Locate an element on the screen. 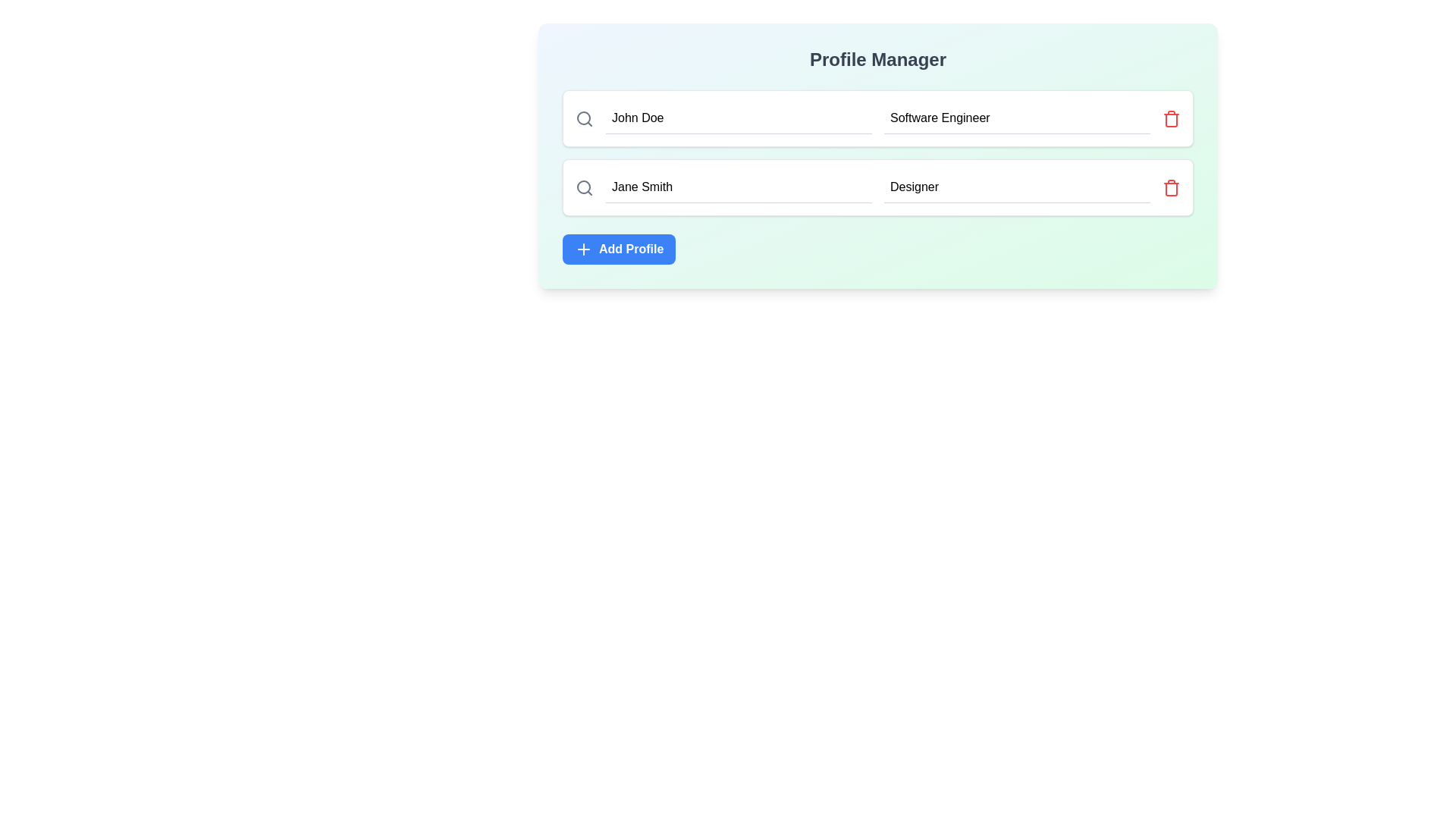 The height and width of the screenshot is (819, 1456). SVG properties of the circular icon resembling a magnifying glass located in the second input field of the profile manager form, next to the 'Jane Smith' text is located at coordinates (582, 186).